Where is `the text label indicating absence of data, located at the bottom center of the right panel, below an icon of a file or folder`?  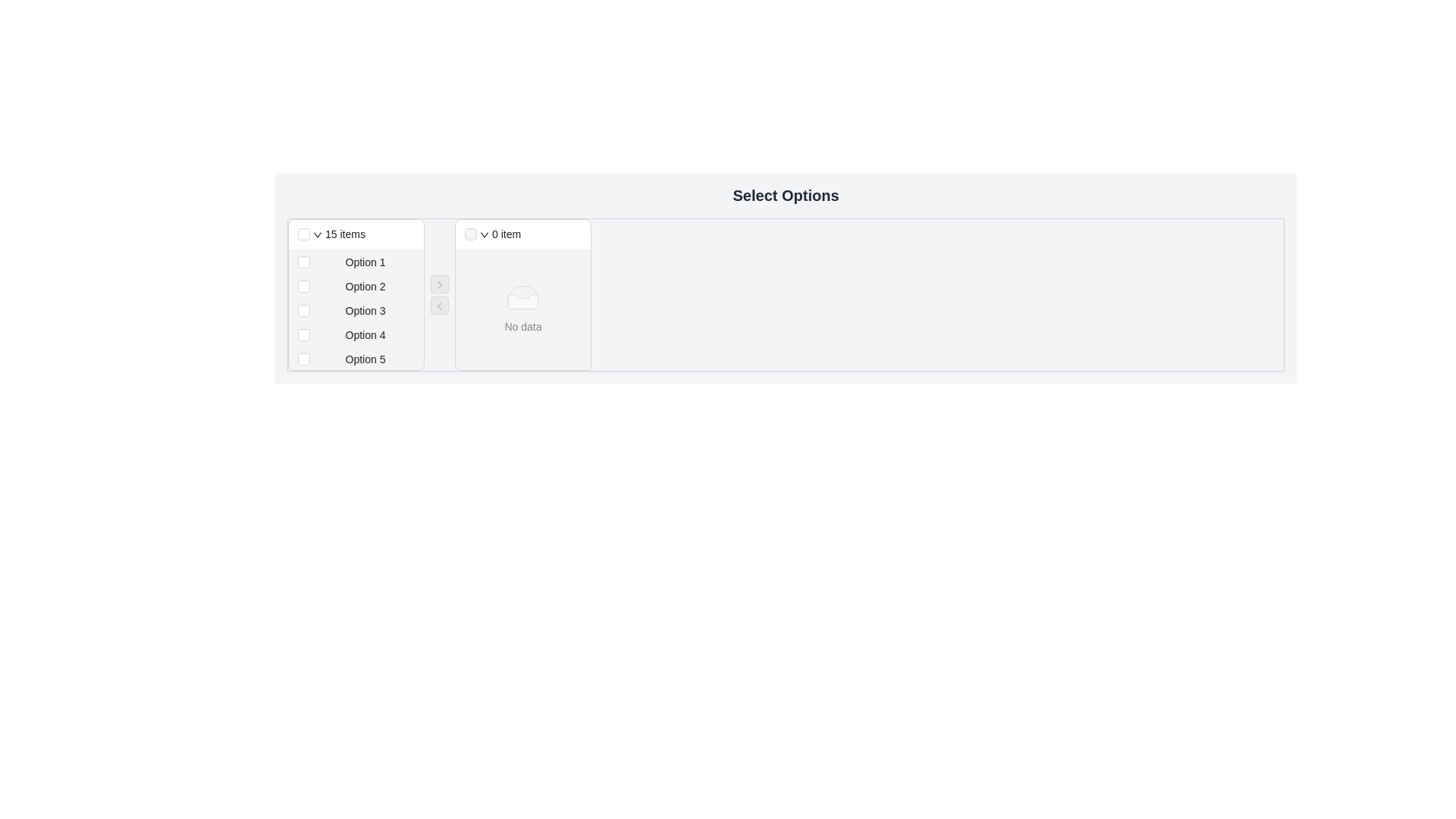
the text label indicating absence of data, located at the bottom center of the right panel, below an icon of a file or folder is located at coordinates (523, 325).